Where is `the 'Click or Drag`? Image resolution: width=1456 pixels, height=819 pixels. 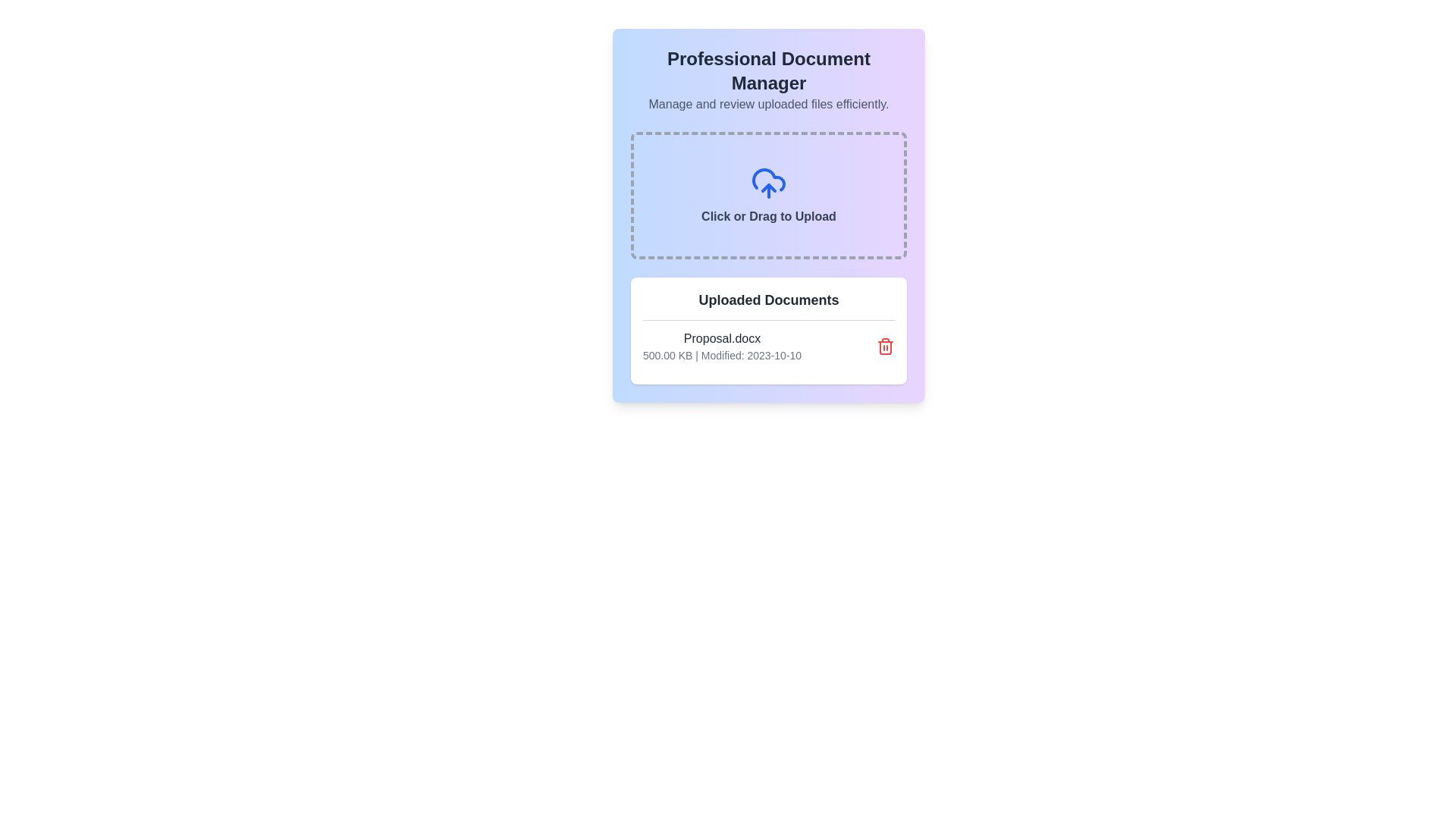 the 'Click or Drag is located at coordinates (768, 216).